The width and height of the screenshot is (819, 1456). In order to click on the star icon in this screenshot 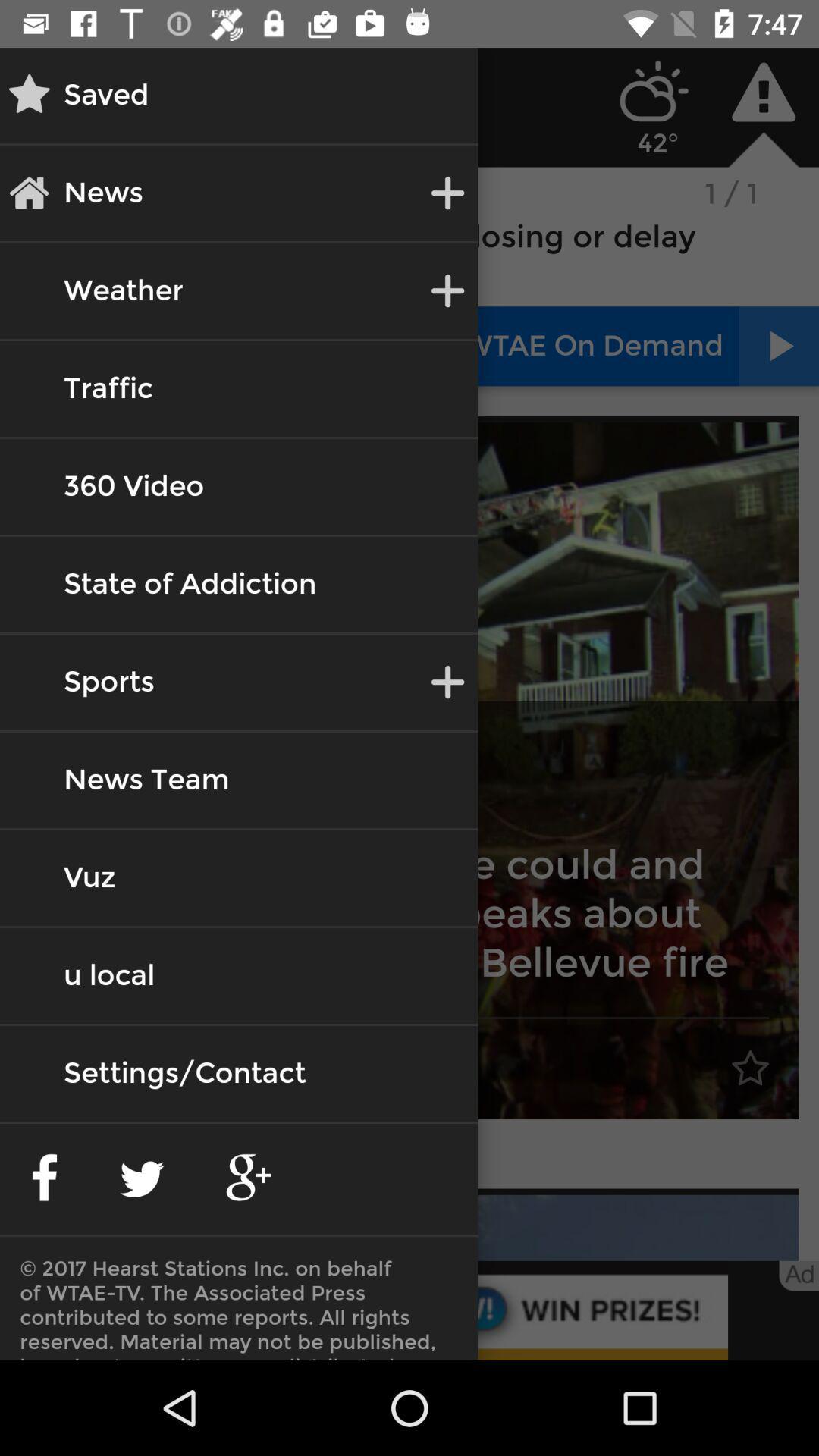, I will do `click(55, 102)`.